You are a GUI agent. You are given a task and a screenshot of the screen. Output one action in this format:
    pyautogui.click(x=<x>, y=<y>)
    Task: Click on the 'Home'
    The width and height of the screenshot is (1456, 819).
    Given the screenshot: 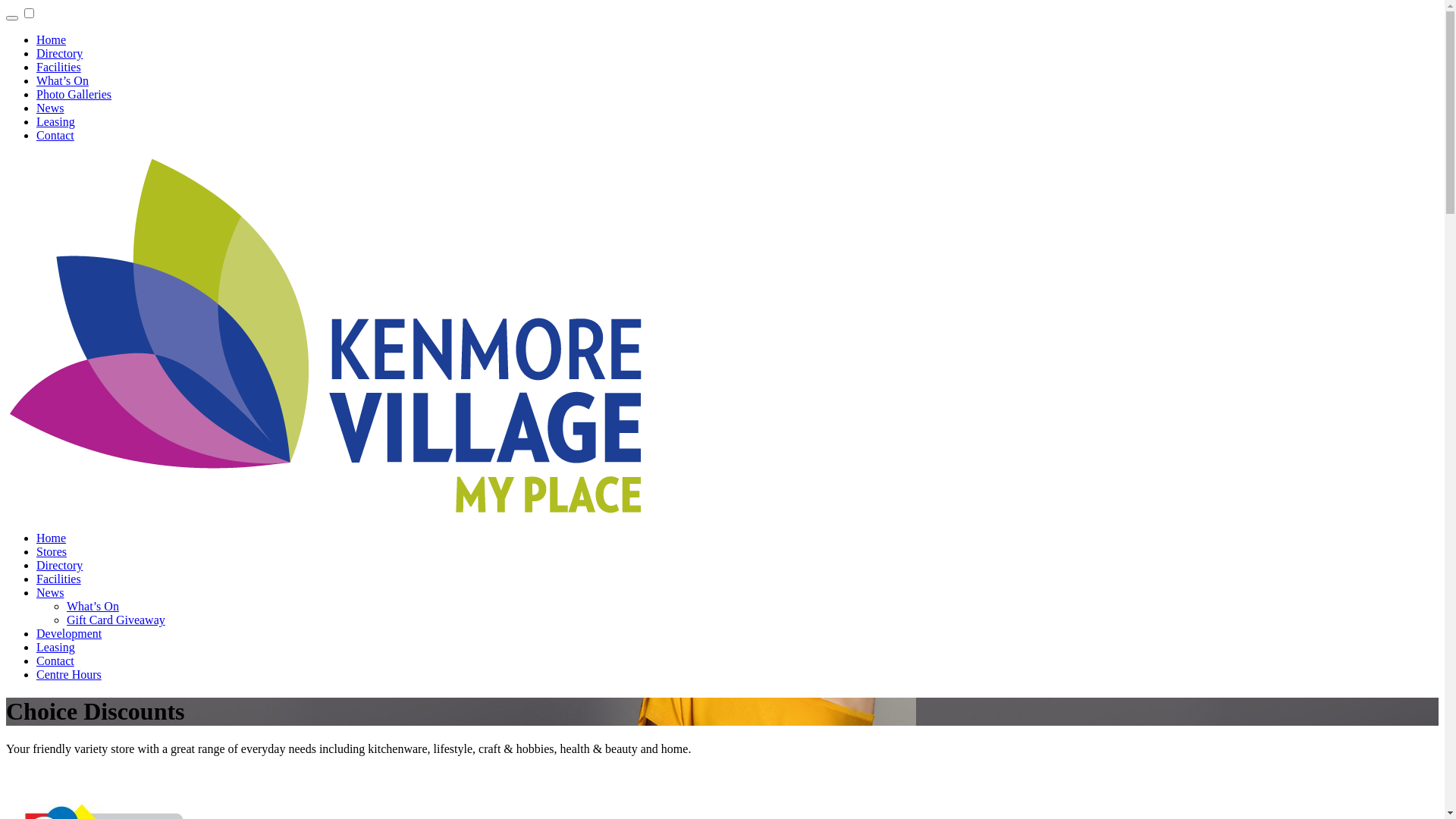 What is the action you would take?
    pyautogui.click(x=51, y=537)
    